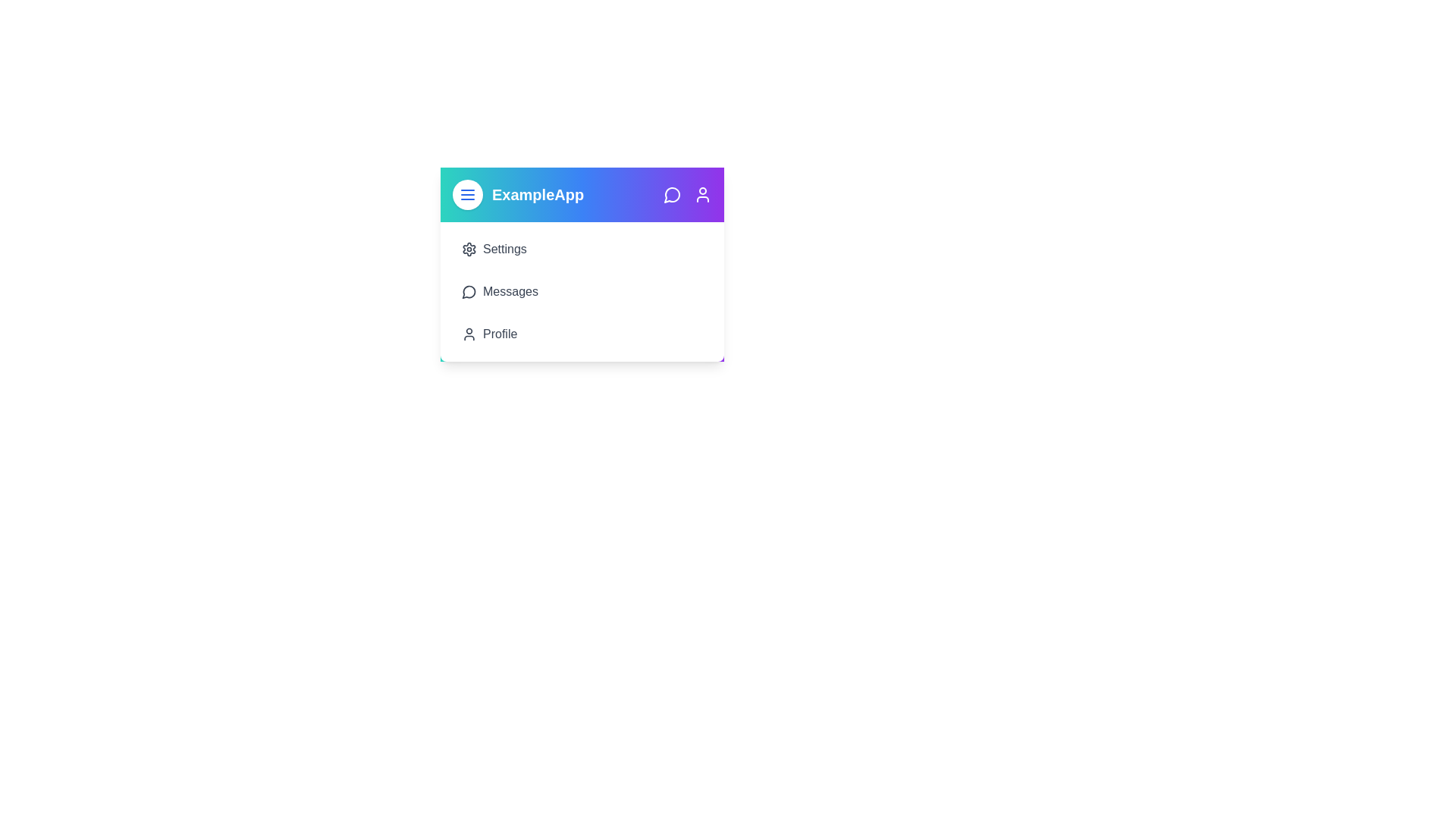  What do you see at coordinates (582, 248) in the screenshot?
I see `the Settings menu item` at bounding box center [582, 248].